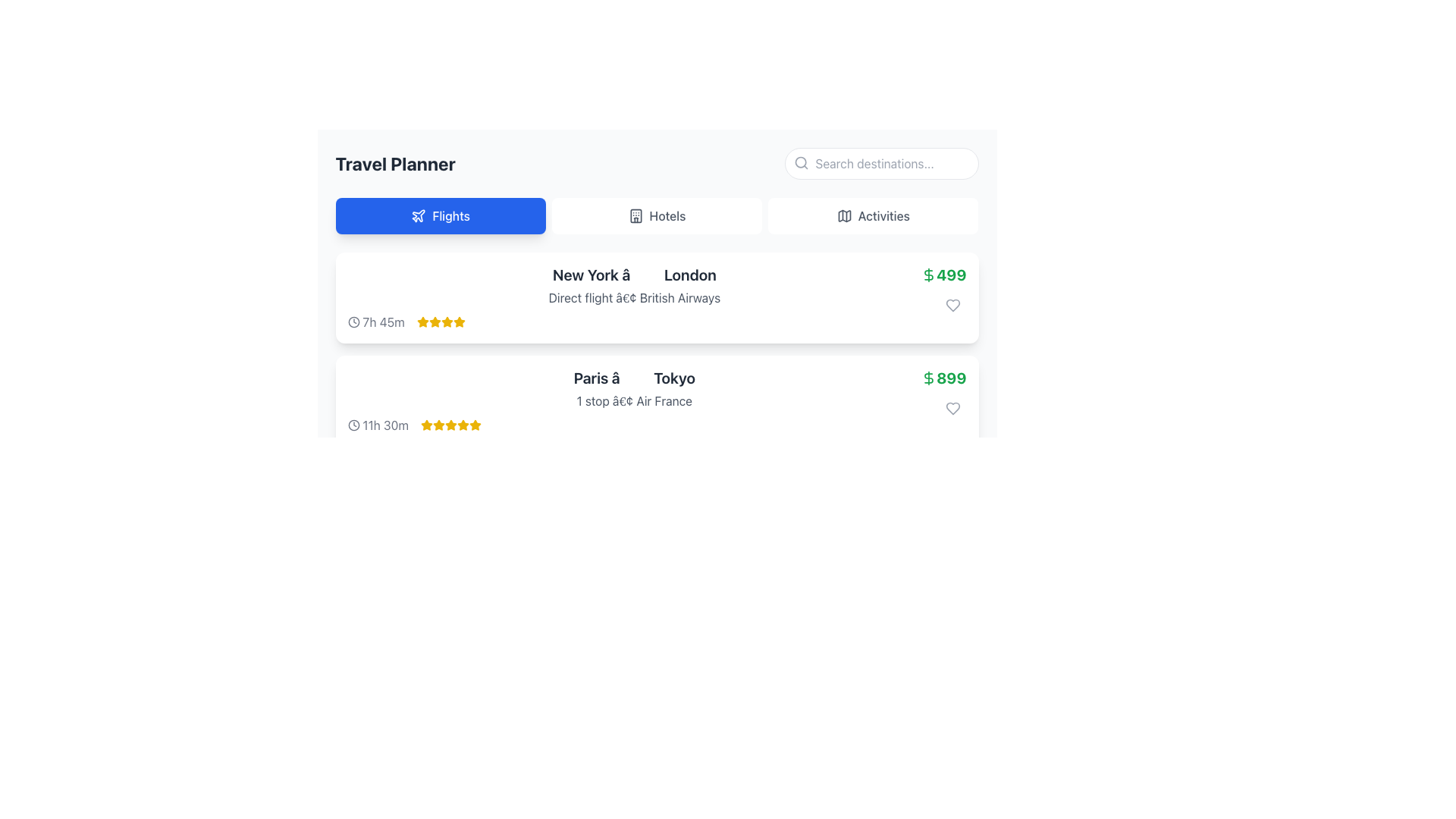 This screenshot has height=819, width=1456. What do you see at coordinates (463, 425) in the screenshot?
I see `the fourth star icon in the 5-star rating scale for the travel option 'Paris to Tokyo'` at bounding box center [463, 425].